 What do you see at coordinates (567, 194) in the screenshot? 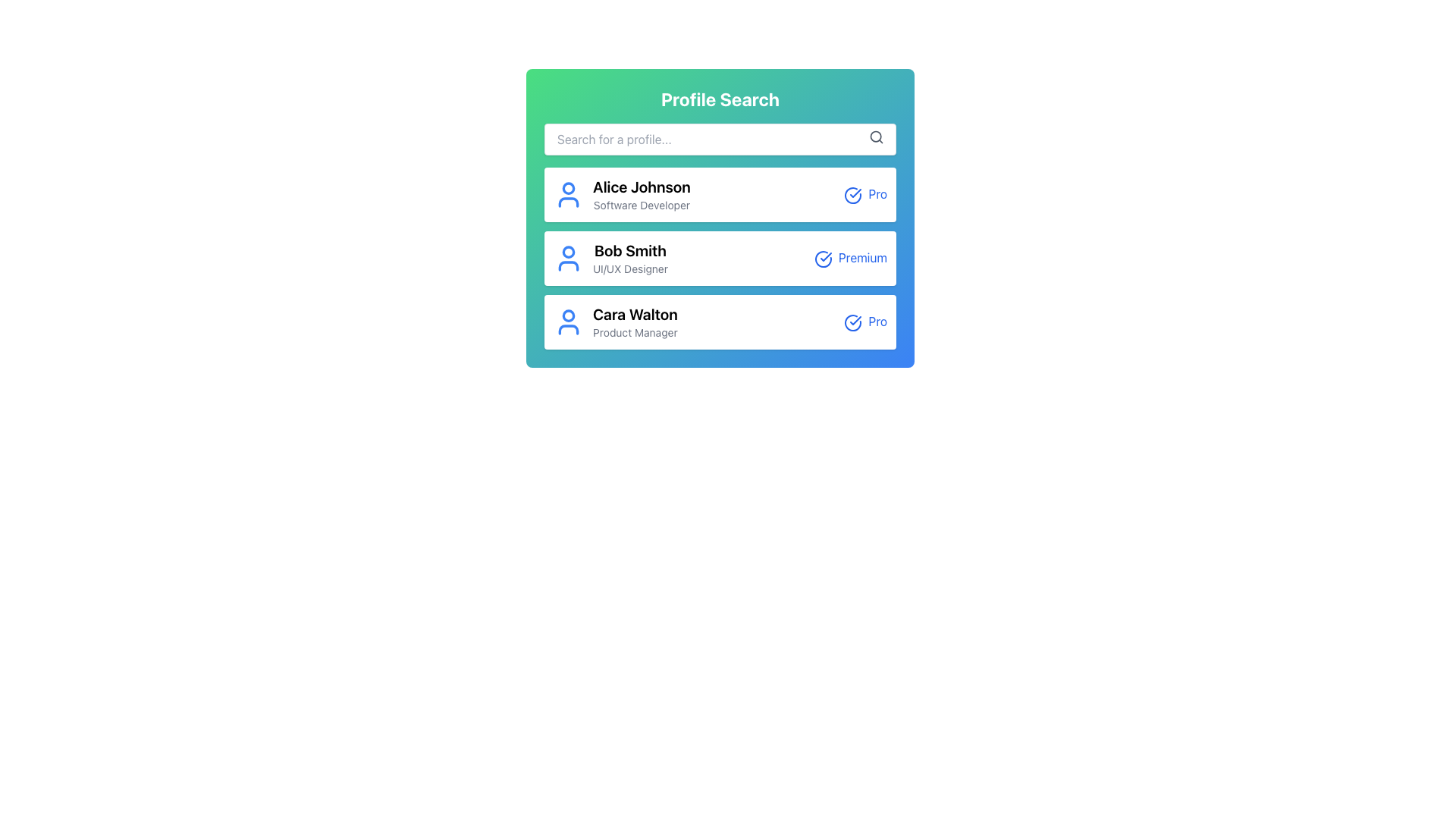
I see `the user silhouette icon with a blue stroke color located in the first profile box containing the name 'Alice Johnson' and title 'Software Developer'` at bounding box center [567, 194].